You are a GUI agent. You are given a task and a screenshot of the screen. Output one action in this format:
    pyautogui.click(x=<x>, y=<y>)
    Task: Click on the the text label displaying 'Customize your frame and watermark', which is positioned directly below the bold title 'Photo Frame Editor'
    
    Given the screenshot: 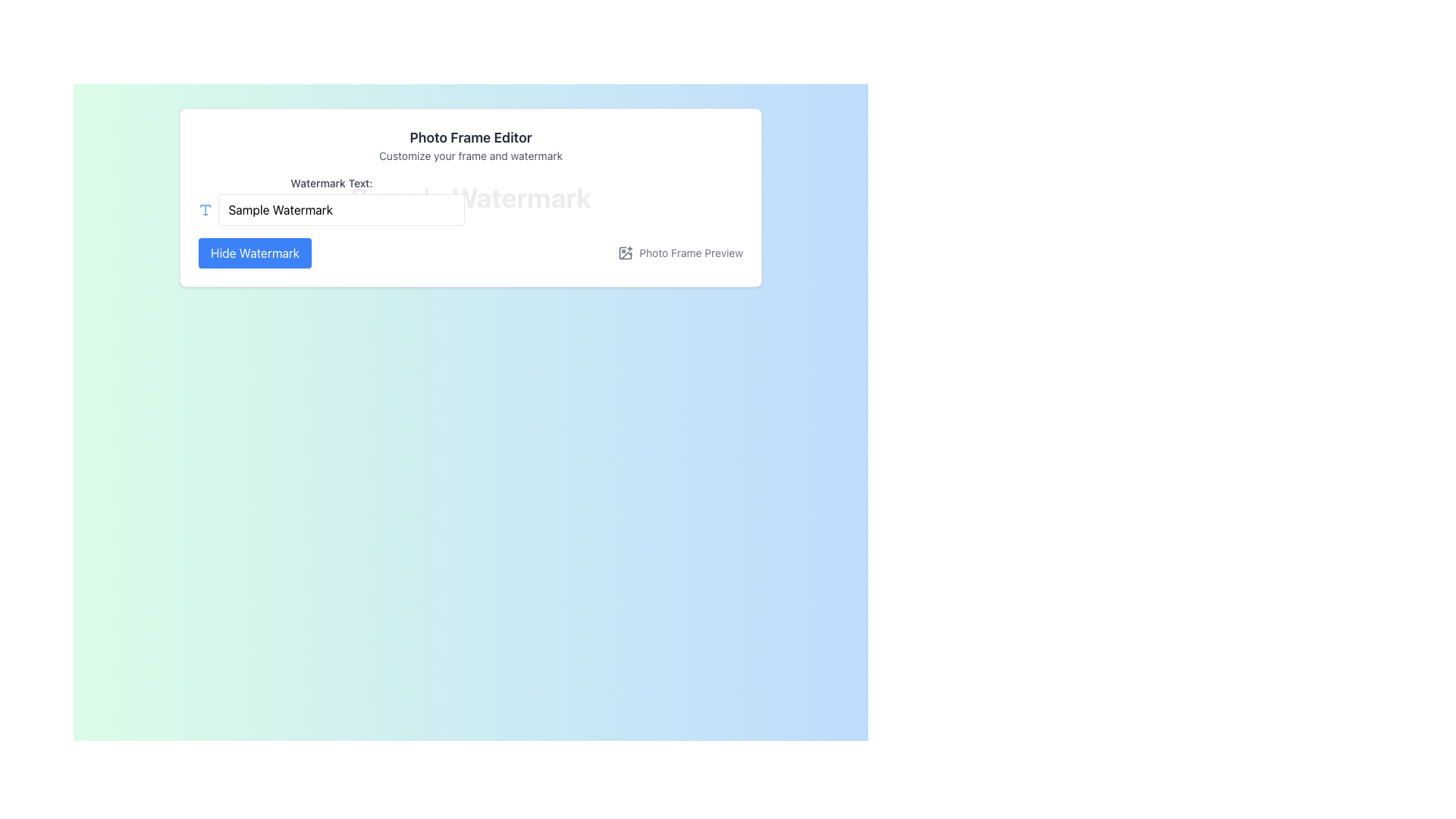 What is the action you would take?
    pyautogui.click(x=469, y=155)
    